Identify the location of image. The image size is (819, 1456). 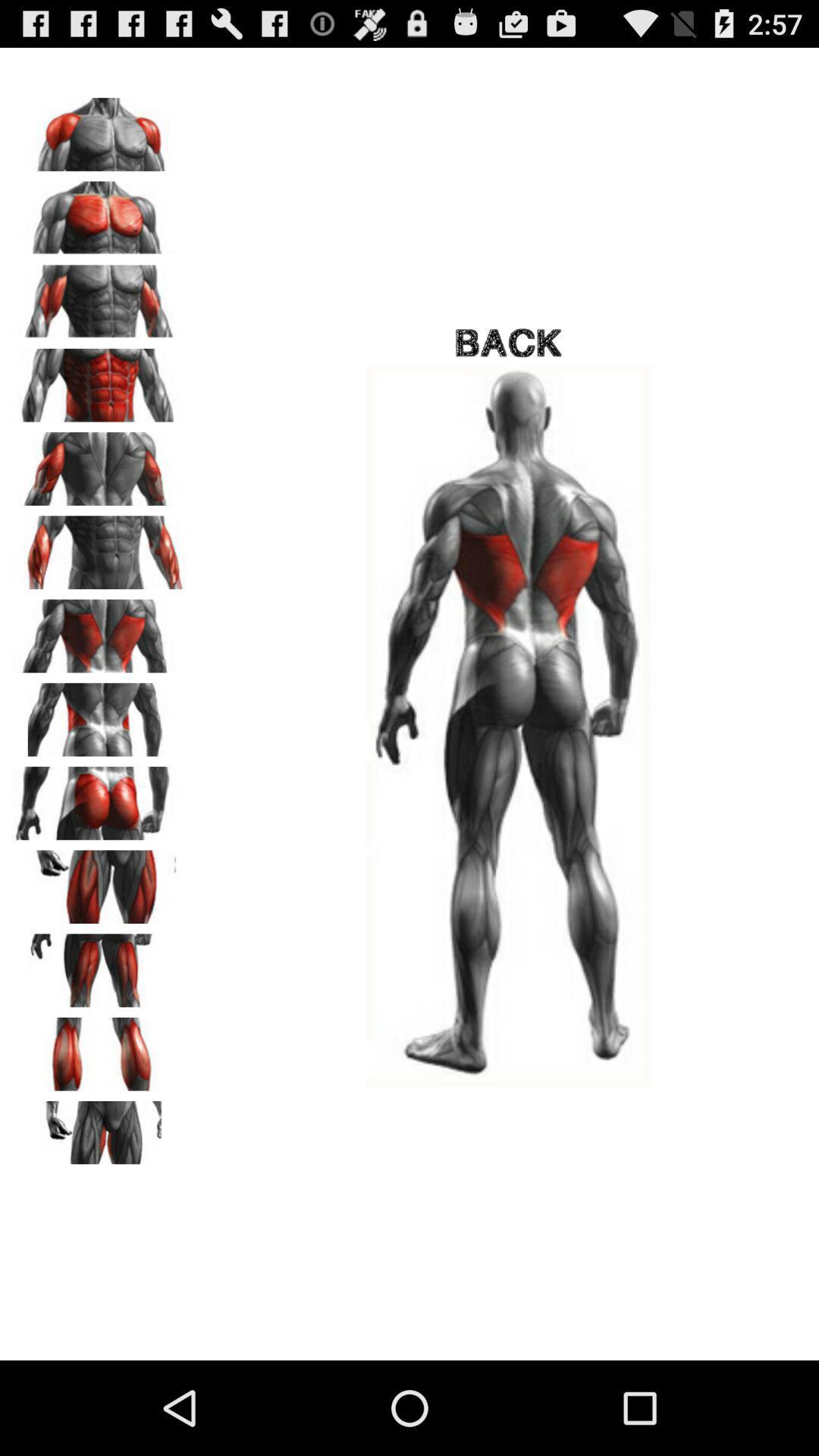
(99, 1132).